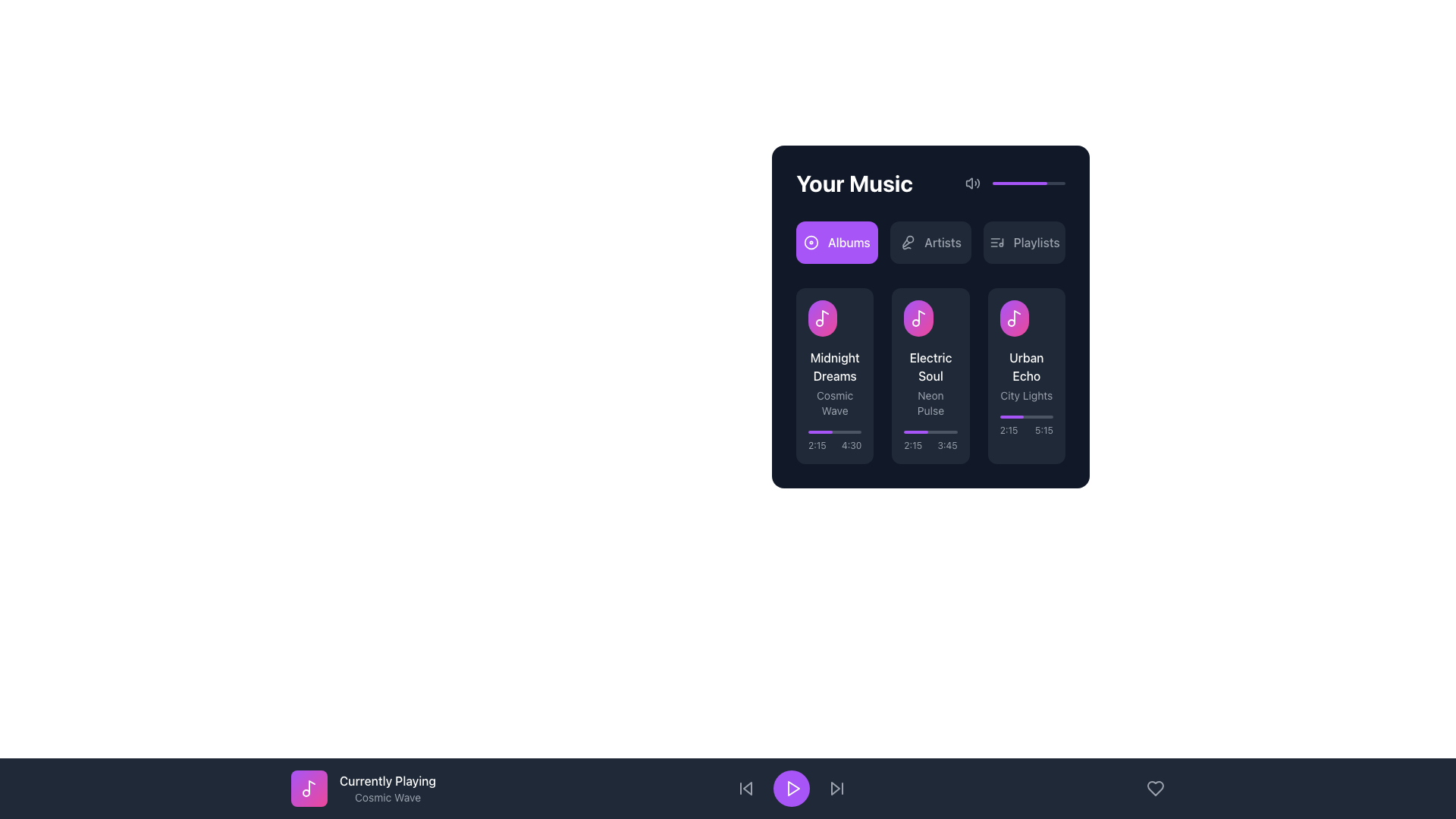  What do you see at coordinates (1154, 788) in the screenshot?
I see `the heart-shaped icon button located on the far right of the bottom horizontal bar to favorite the item` at bounding box center [1154, 788].